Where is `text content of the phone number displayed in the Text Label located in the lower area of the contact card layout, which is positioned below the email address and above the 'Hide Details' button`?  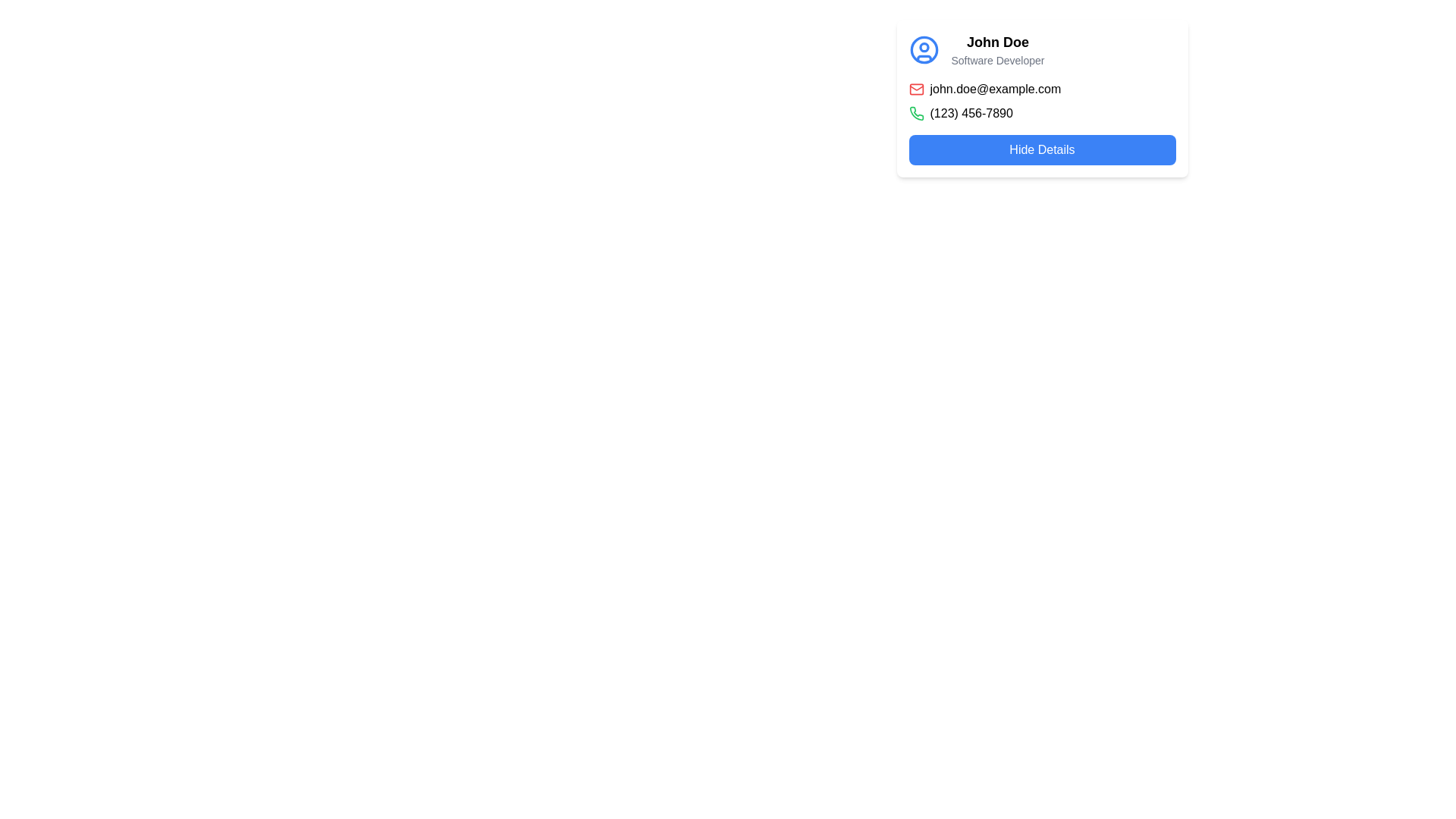 text content of the phone number displayed in the Text Label located in the lower area of the contact card layout, which is positioned below the email address and above the 'Hide Details' button is located at coordinates (971, 113).